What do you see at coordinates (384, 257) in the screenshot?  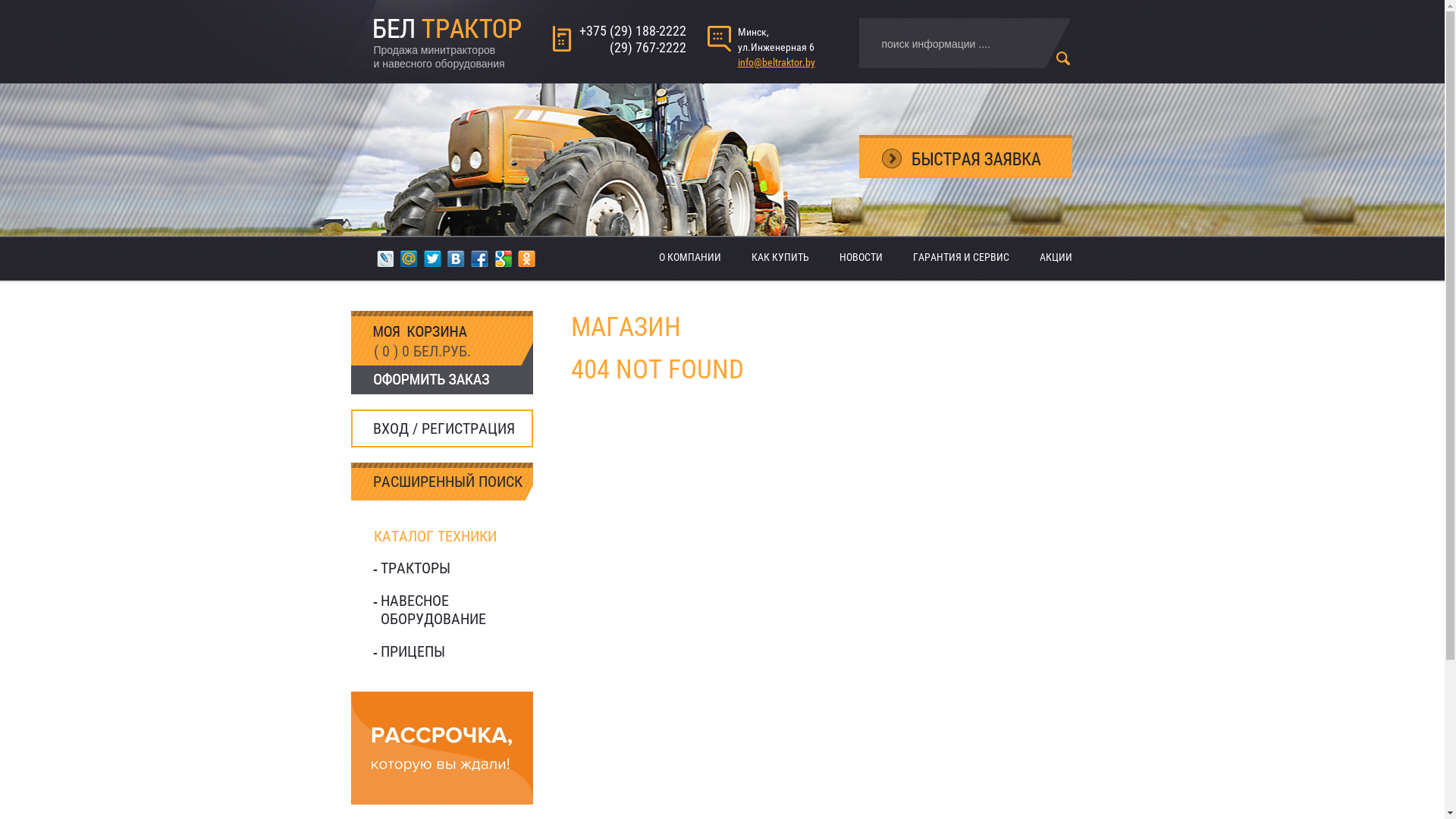 I see `'LiveJournal'` at bounding box center [384, 257].